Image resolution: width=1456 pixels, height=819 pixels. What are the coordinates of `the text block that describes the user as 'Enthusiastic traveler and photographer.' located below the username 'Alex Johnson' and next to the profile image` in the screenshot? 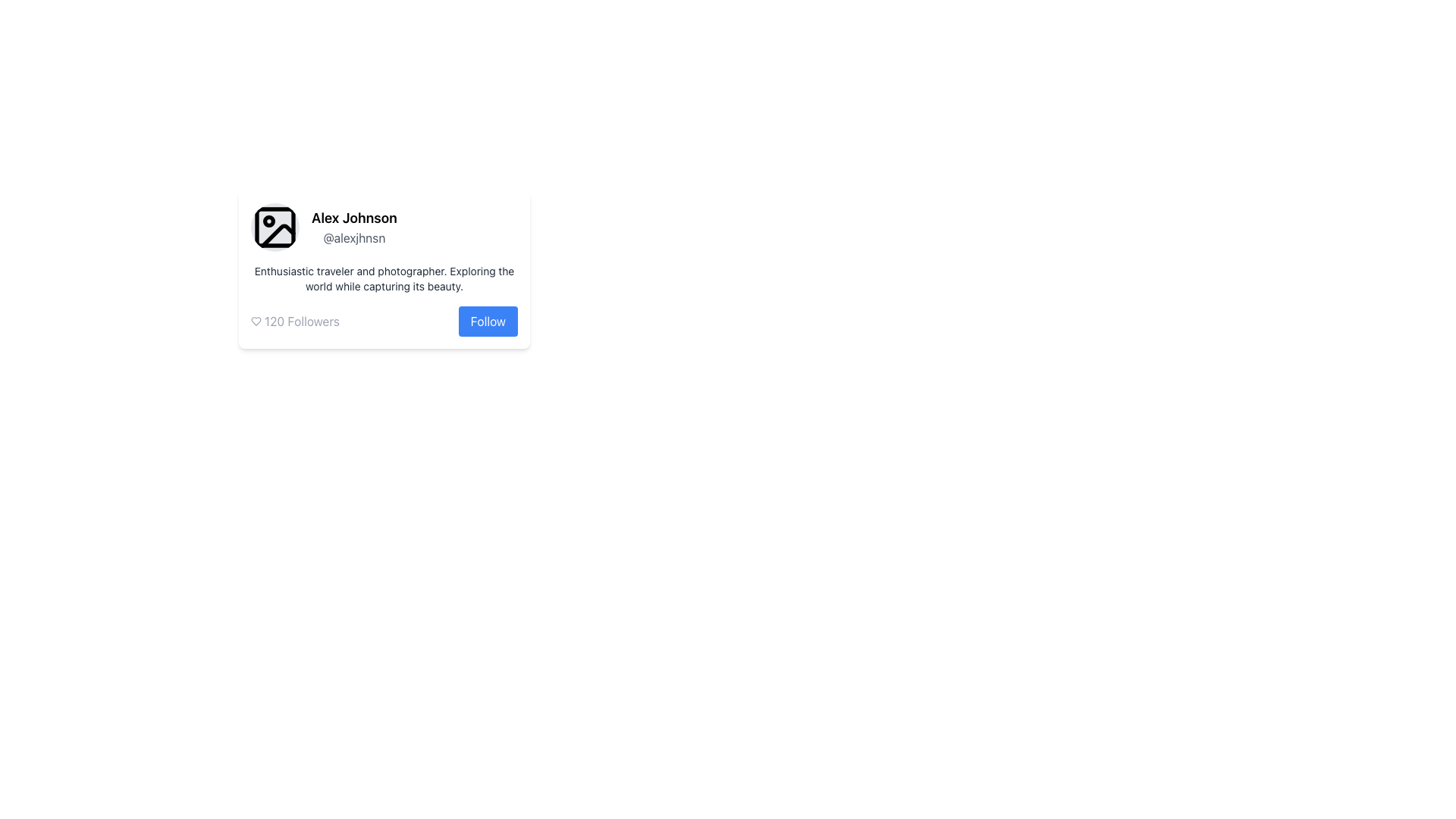 It's located at (384, 278).